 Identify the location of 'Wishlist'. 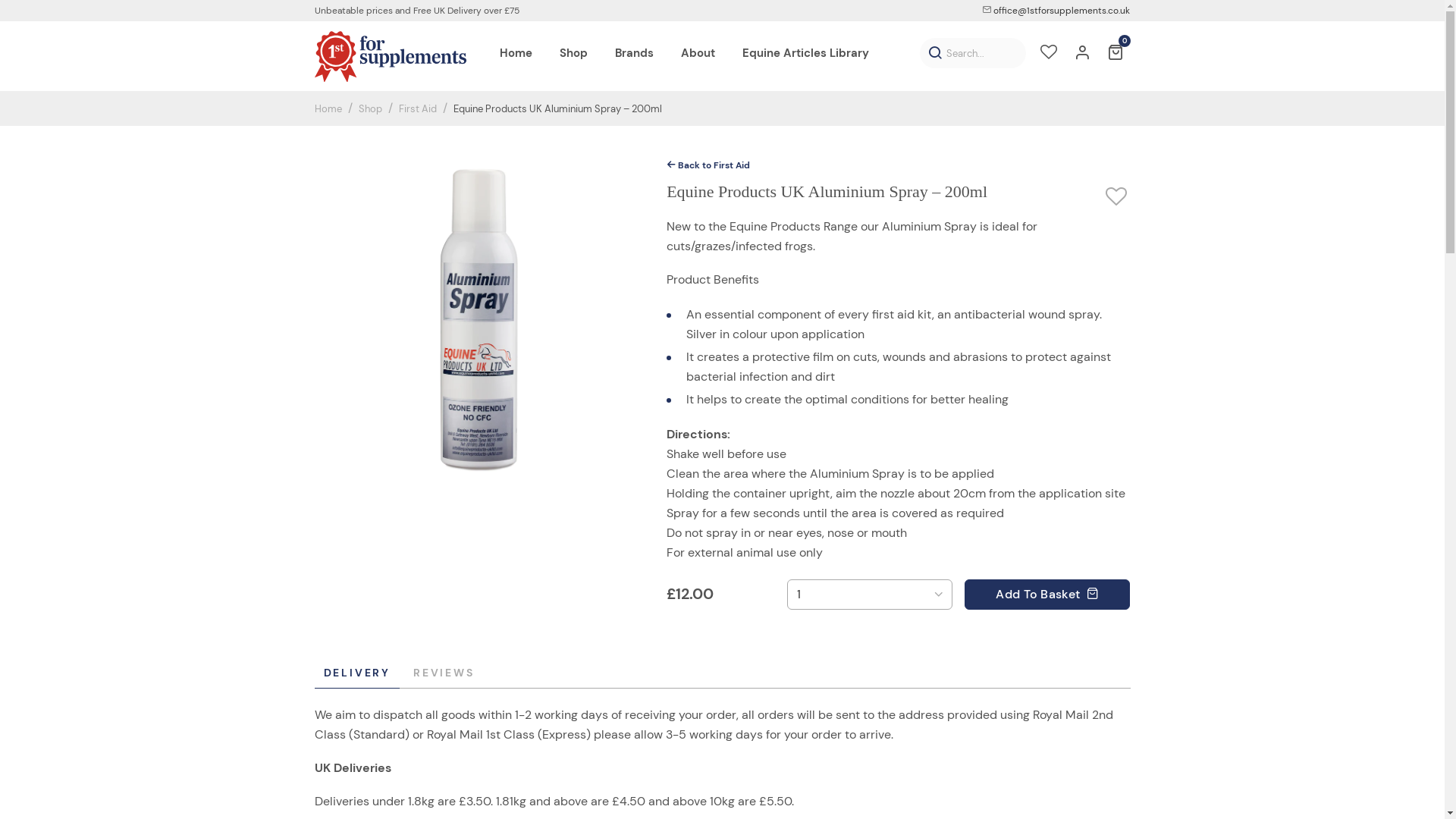
(1047, 52).